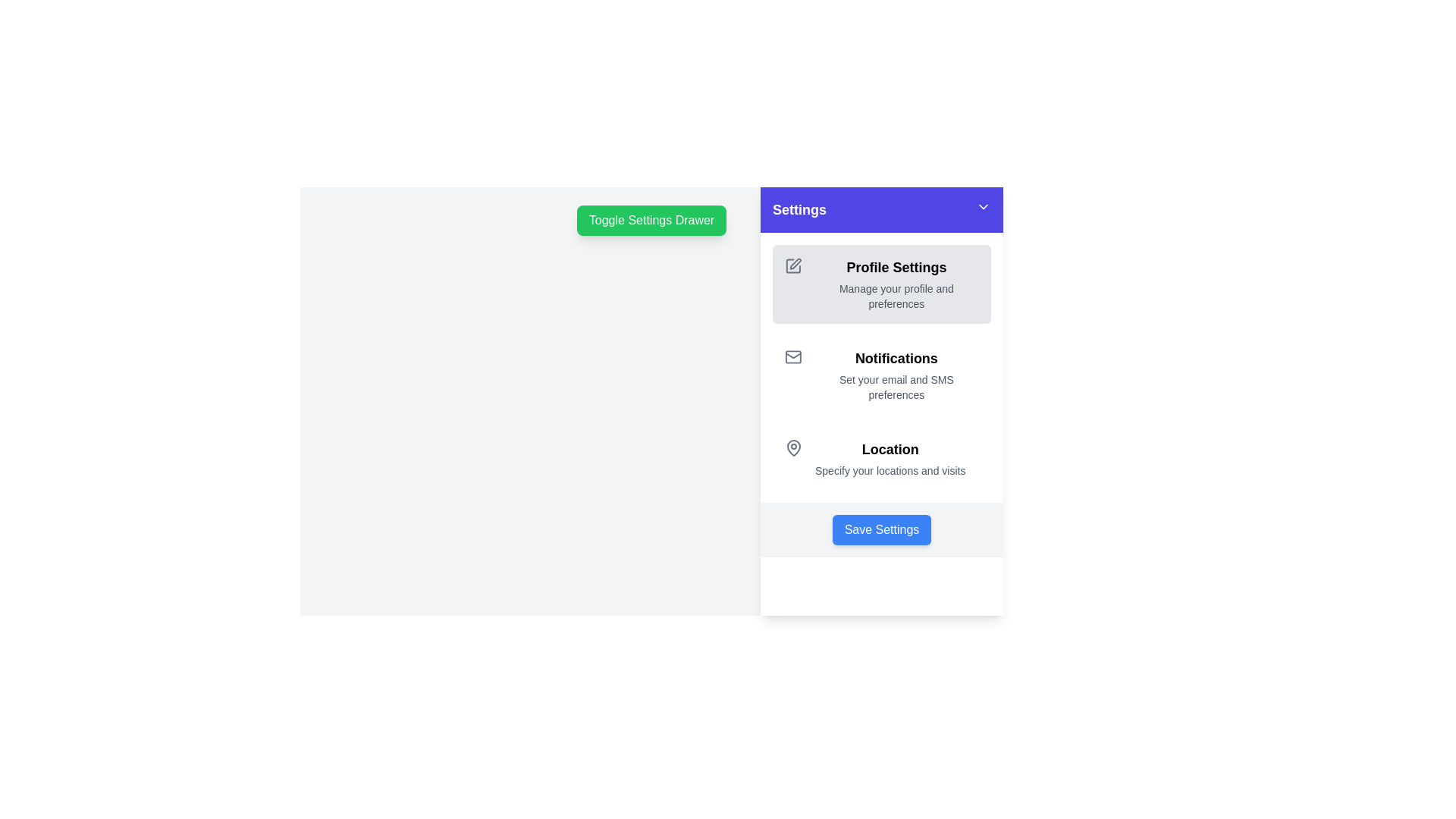 This screenshot has height=819, width=1456. Describe the element at coordinates (896, 296) in the screenshot. I see `the static text that reads 'Manage your profile and preferences', which is located below the 'Profile Settings' header in the settings panel` at that location.